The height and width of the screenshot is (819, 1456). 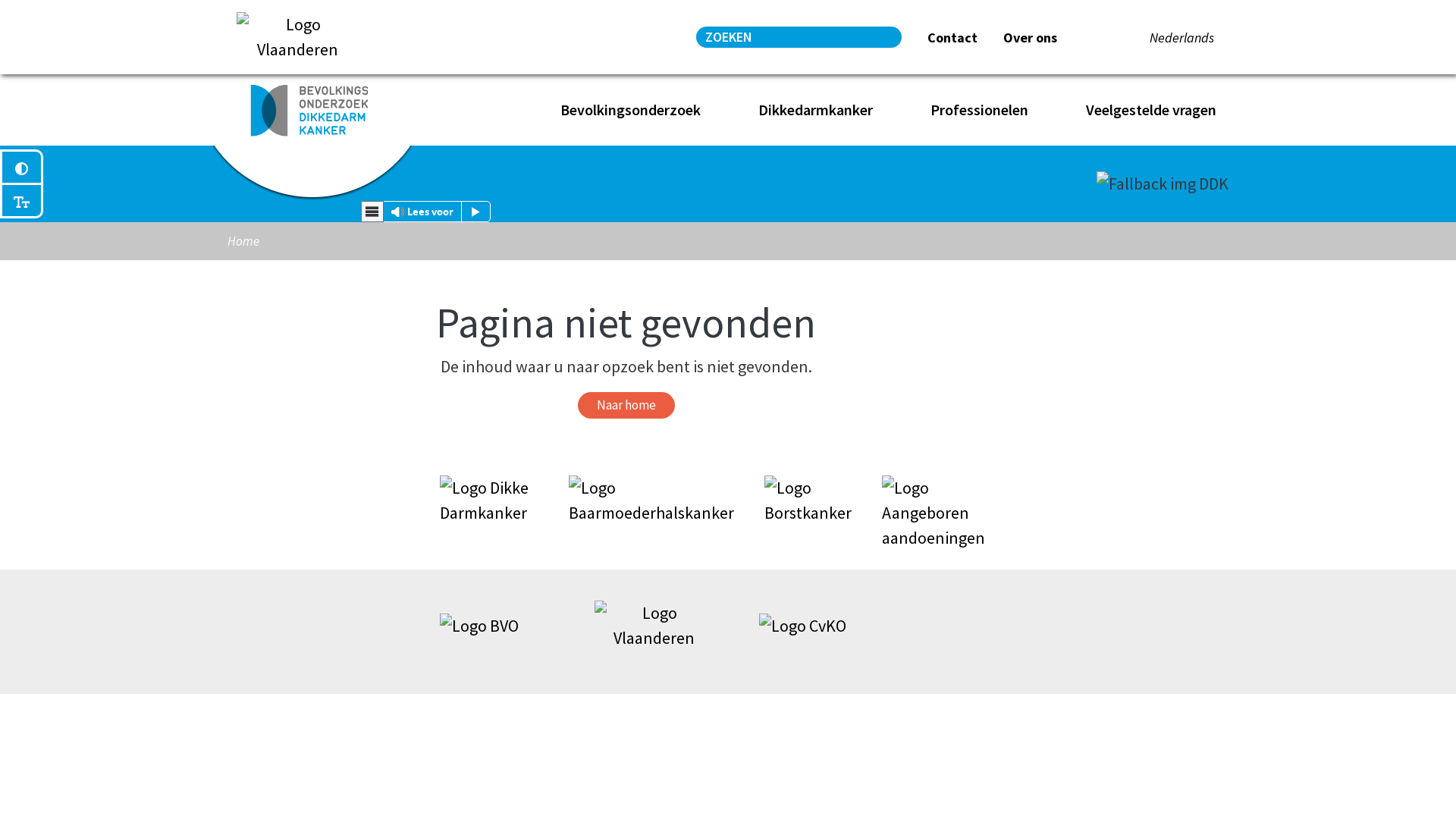 What do you see at coordinates (1181, 36) in the screenshot?
I see `'Nederlands'` at bounding box center [1181, 36].